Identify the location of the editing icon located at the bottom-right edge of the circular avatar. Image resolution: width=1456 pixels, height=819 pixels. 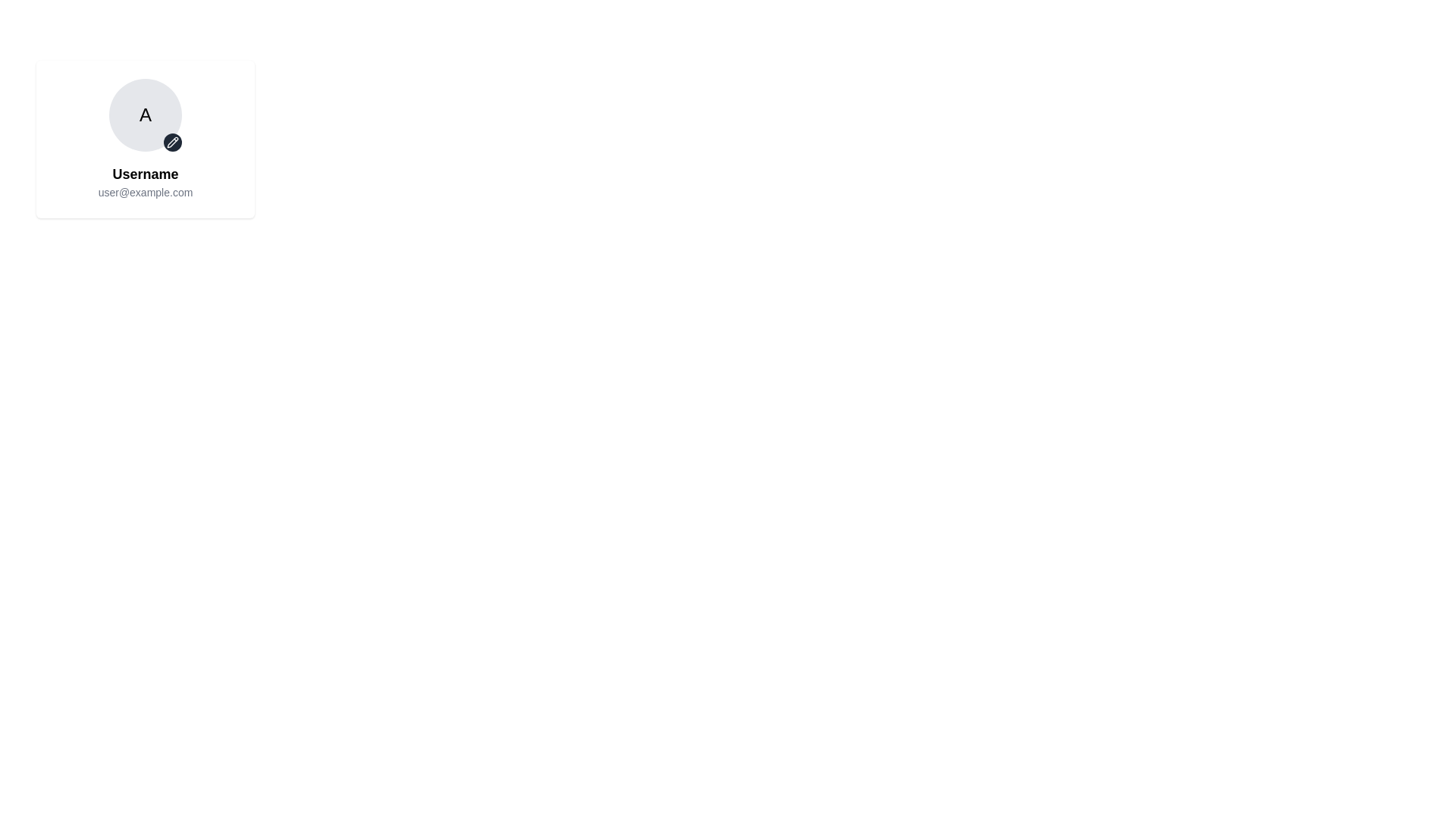
(172, 143).